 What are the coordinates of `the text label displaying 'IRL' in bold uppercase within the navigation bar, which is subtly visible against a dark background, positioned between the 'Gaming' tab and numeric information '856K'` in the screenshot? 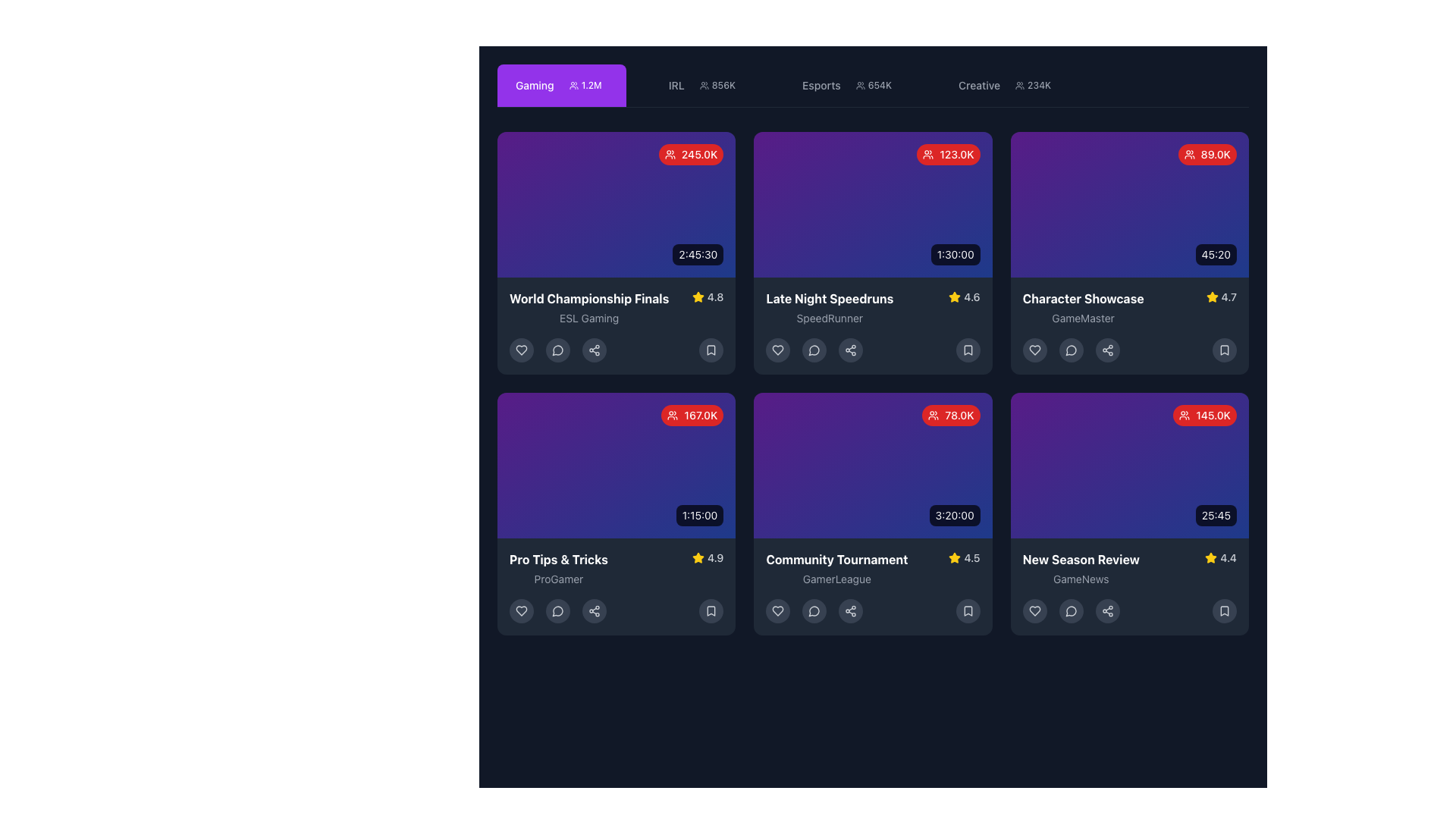 It's located at (676, 85).